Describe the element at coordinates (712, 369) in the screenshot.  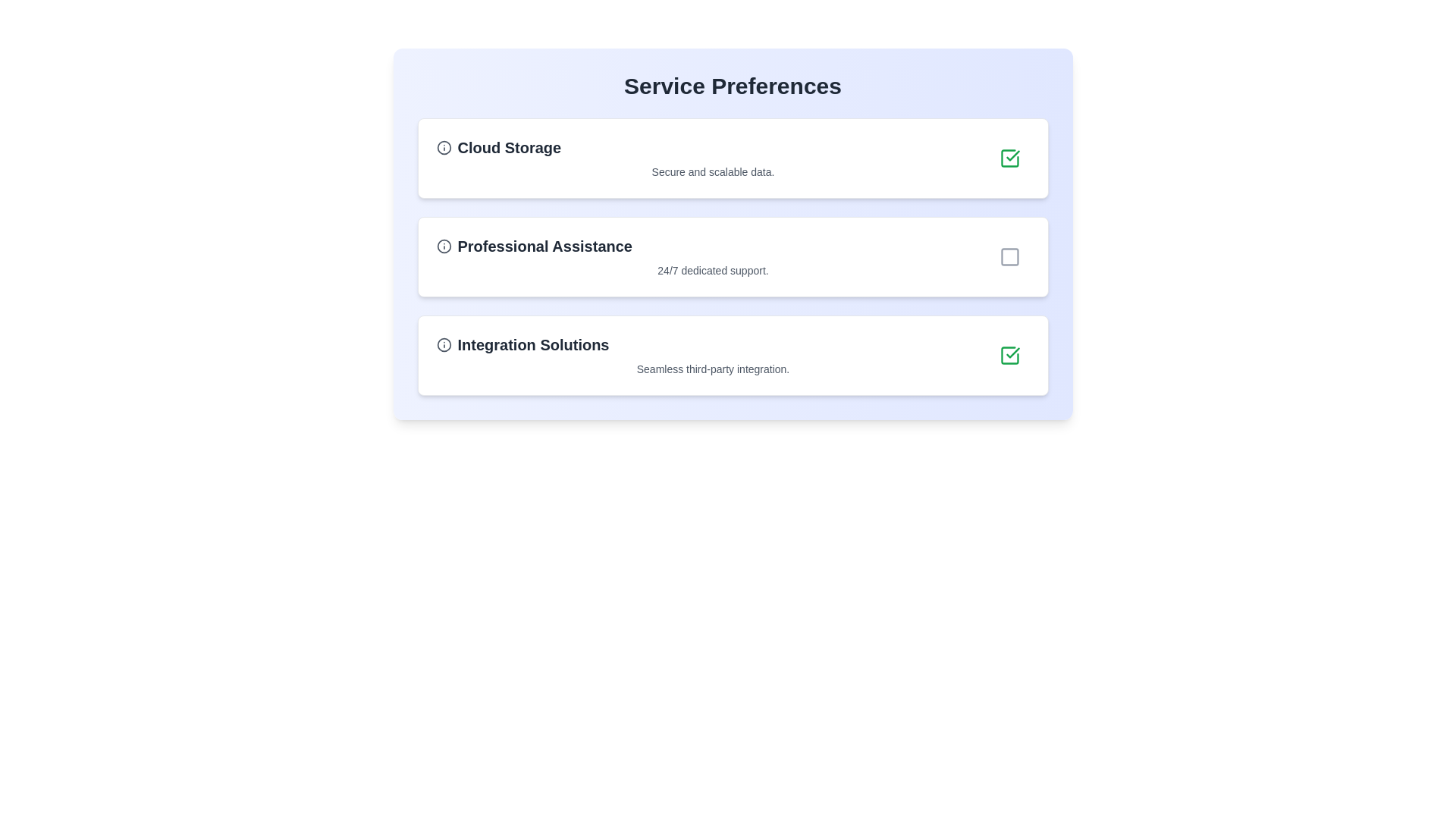
I see `the descriptive text label located at the bottom of the 'Integration Solutions' section, which provides additional context about the feature` at that location.